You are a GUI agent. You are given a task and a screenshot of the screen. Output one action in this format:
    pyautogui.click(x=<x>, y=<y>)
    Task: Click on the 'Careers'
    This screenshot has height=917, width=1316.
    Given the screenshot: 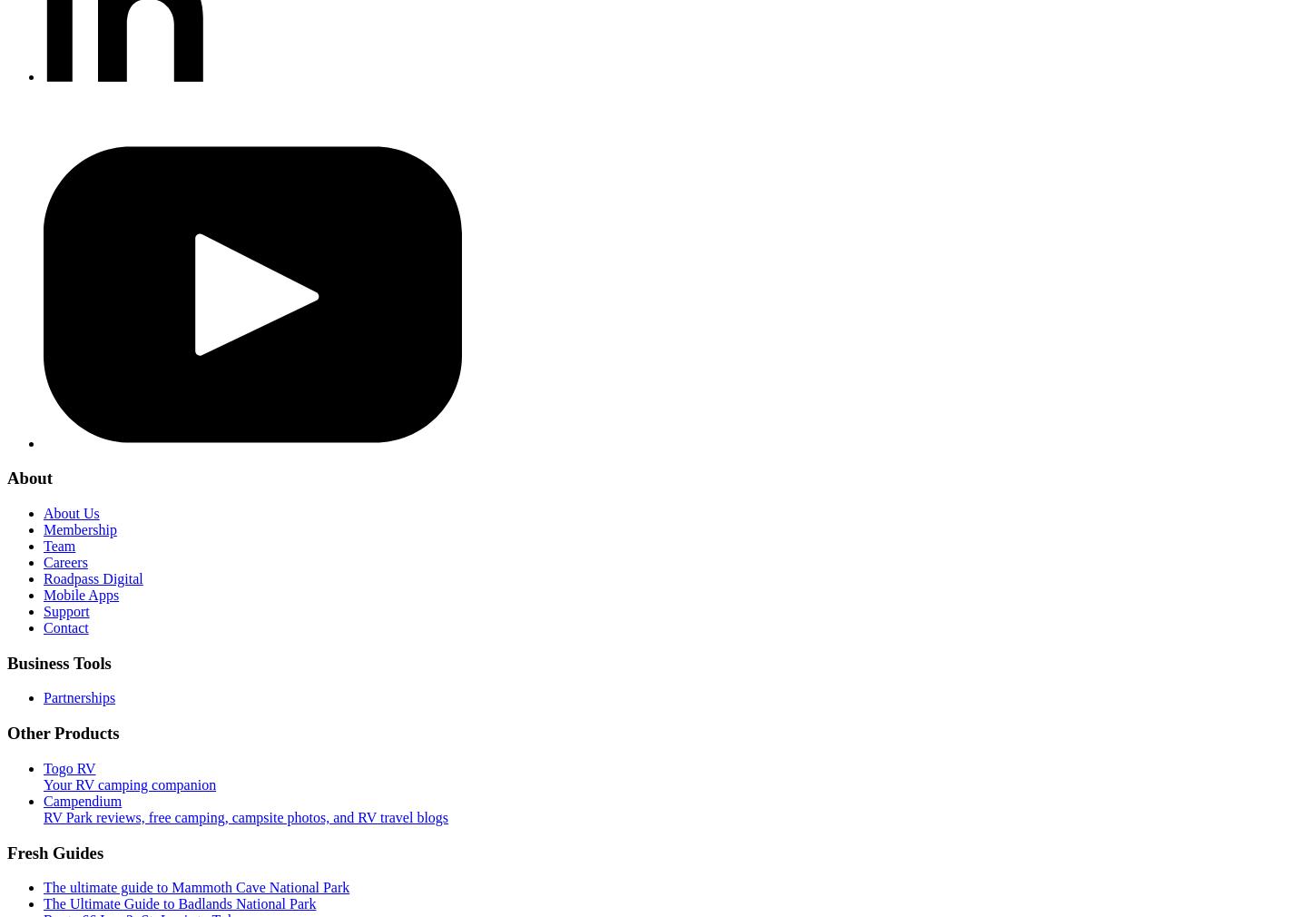 What is the action you would take?
    pyautogui.click(x=65, y=561)
    